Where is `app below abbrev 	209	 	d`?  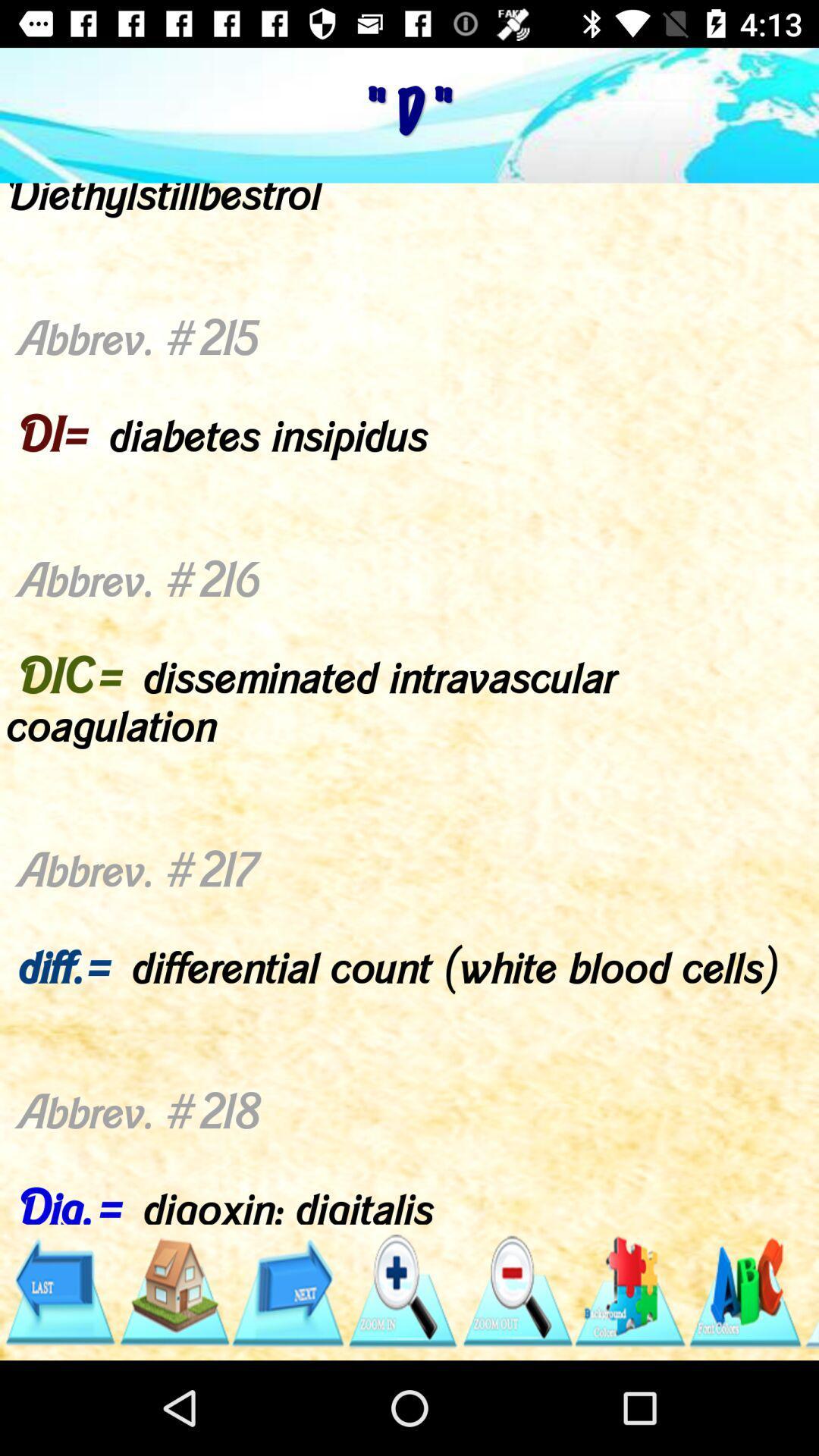
app below abbrev 	209	 	d is located at coordinates (287, 1291).